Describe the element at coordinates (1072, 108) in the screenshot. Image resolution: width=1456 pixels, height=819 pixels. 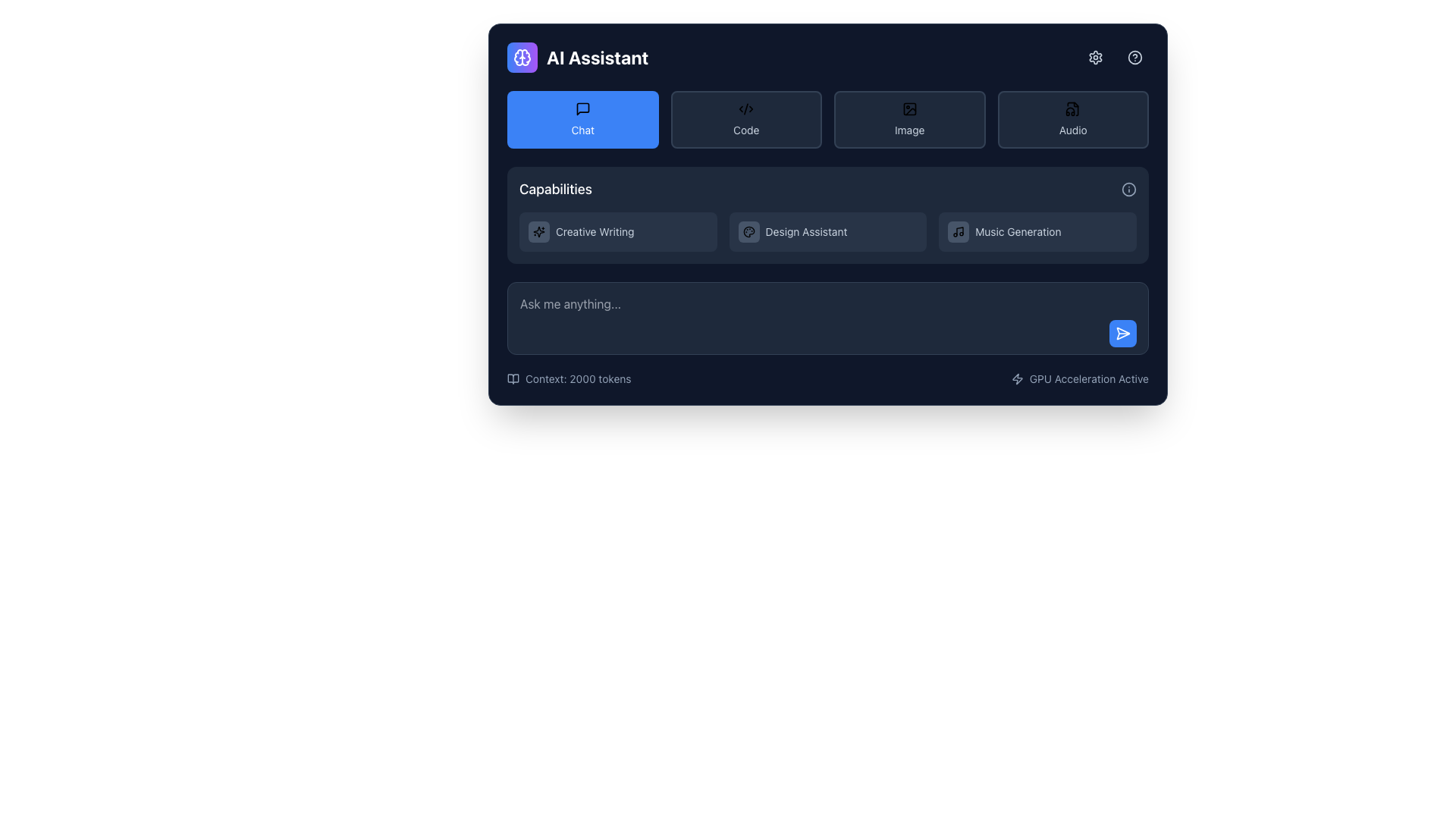
I see `the audio functionalities icon located at the top of the 'Audio' button` at that location.